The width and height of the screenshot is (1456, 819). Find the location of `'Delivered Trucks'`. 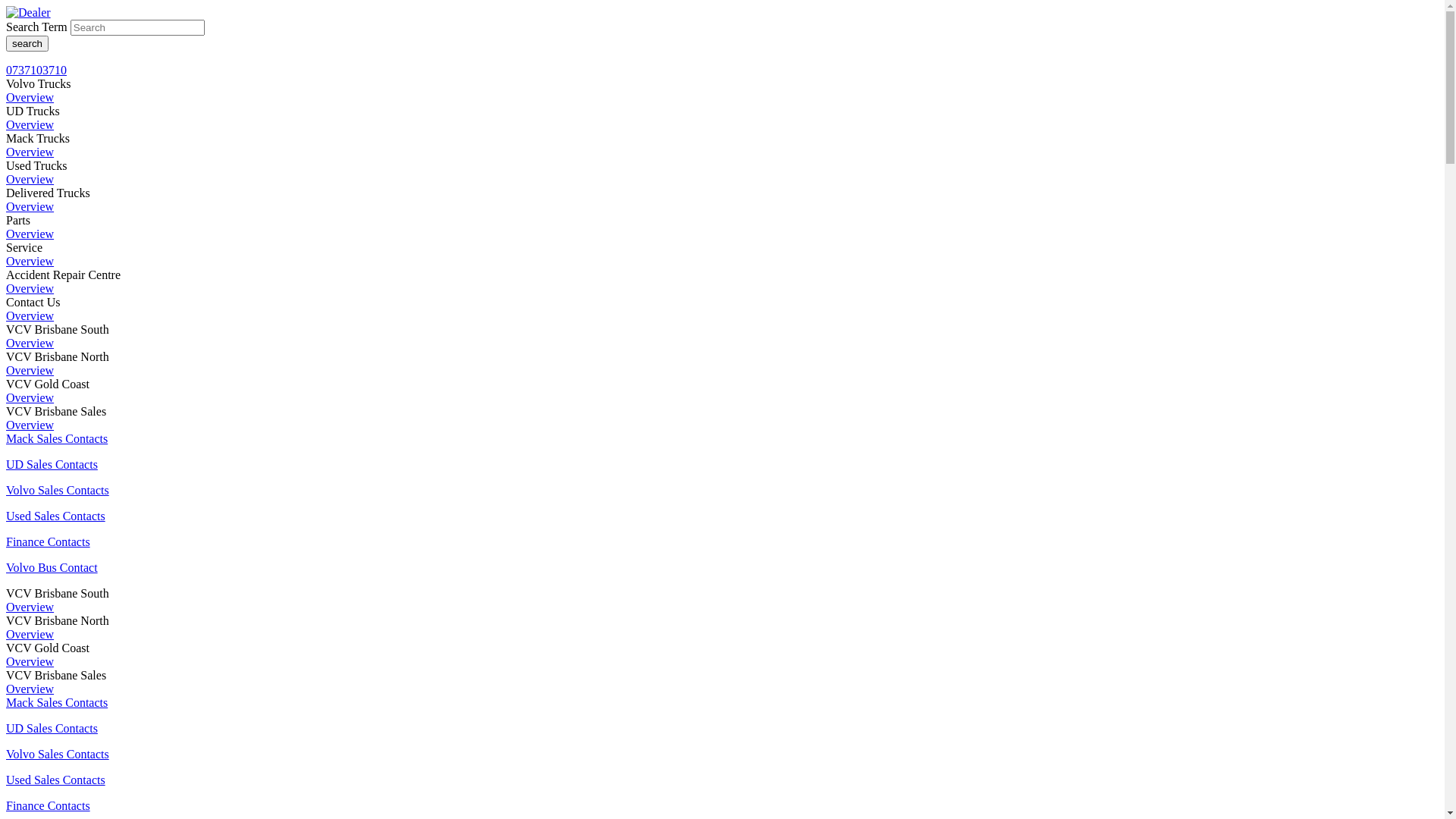

'Delivered Trucks' is located at coordinates (48, 192).